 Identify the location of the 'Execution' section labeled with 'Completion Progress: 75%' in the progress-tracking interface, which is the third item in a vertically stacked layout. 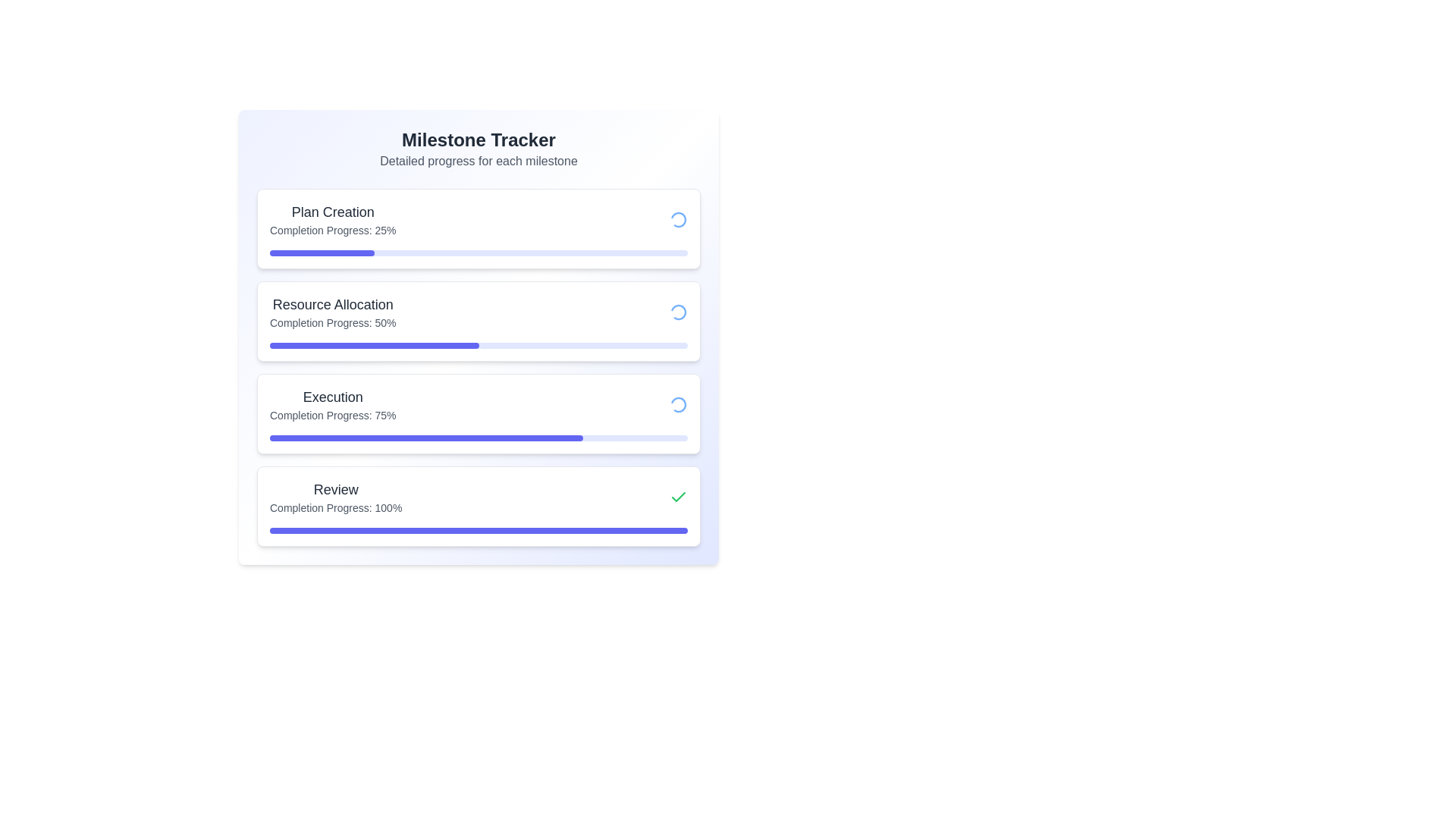
(478, 403).